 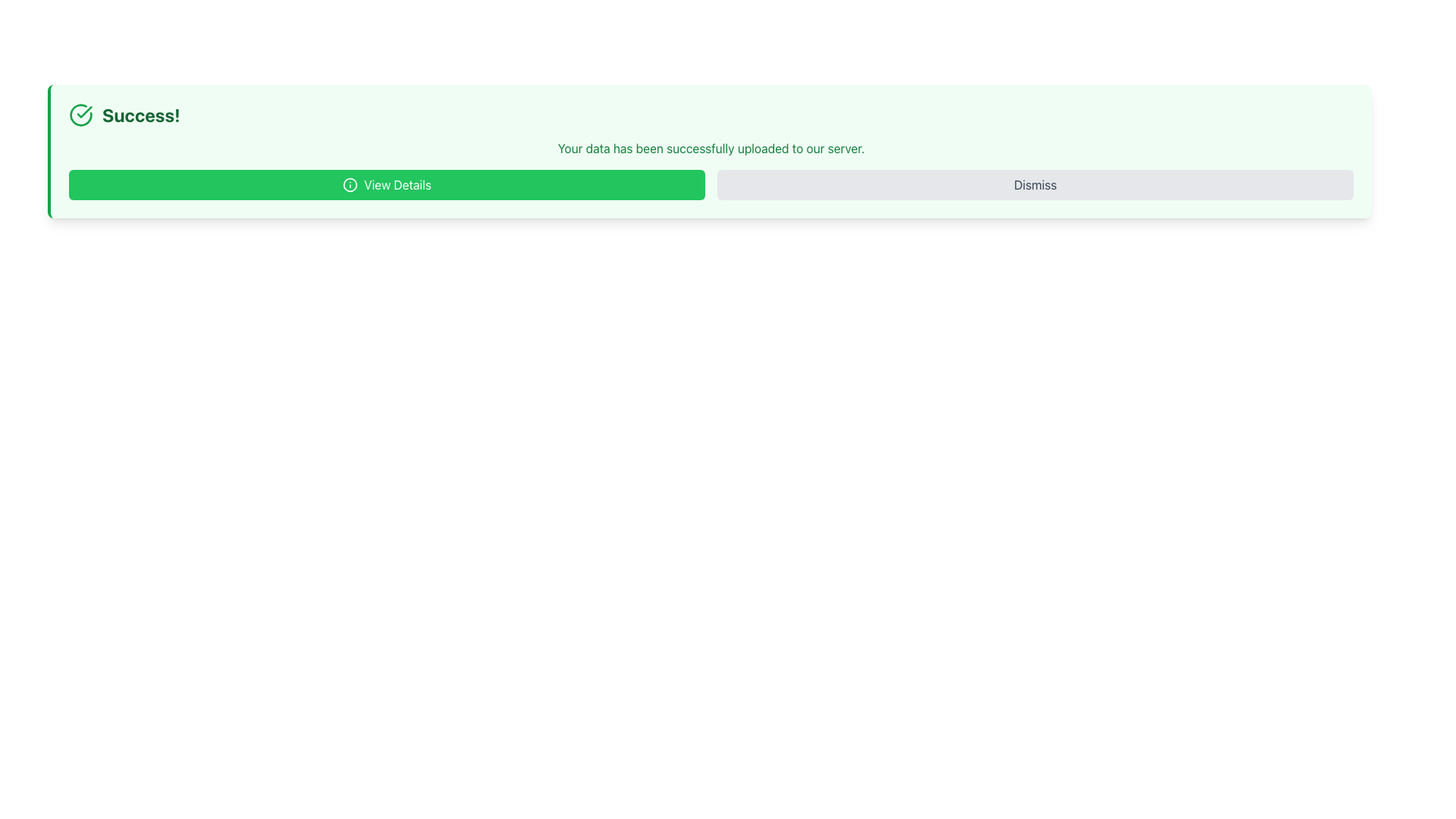 What do you see at coordinates (80, 114) in the screenshot?
I see `the circular edge of the green checkmark icon that is part of the success message banner` at bounding box center [80, 114].